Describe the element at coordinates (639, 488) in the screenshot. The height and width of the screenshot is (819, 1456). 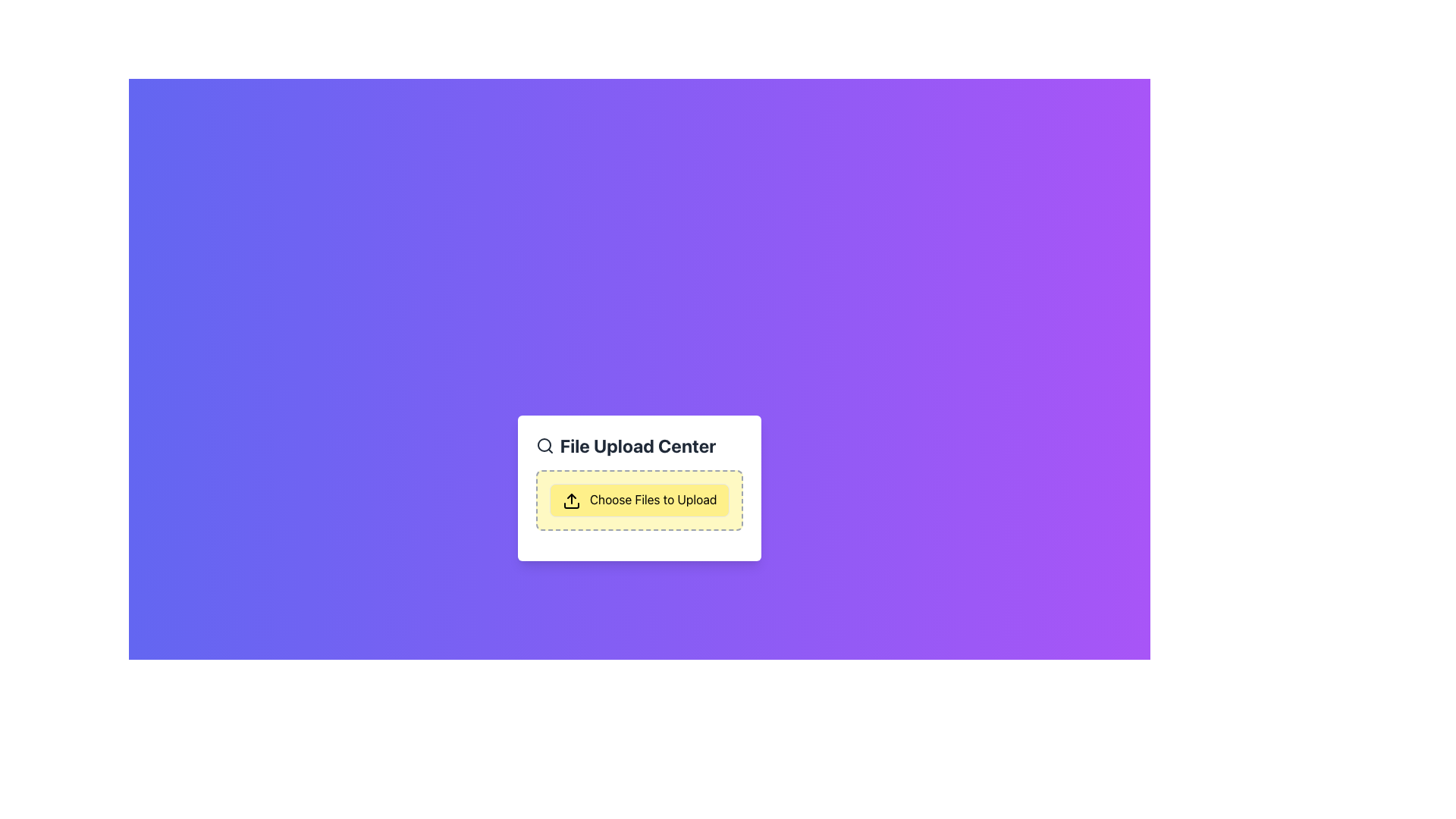
I see `and drop files into the interactive file upload area, which is centered below the 'File Upload Center' text and surrounded by a gradient purple background` at that location.